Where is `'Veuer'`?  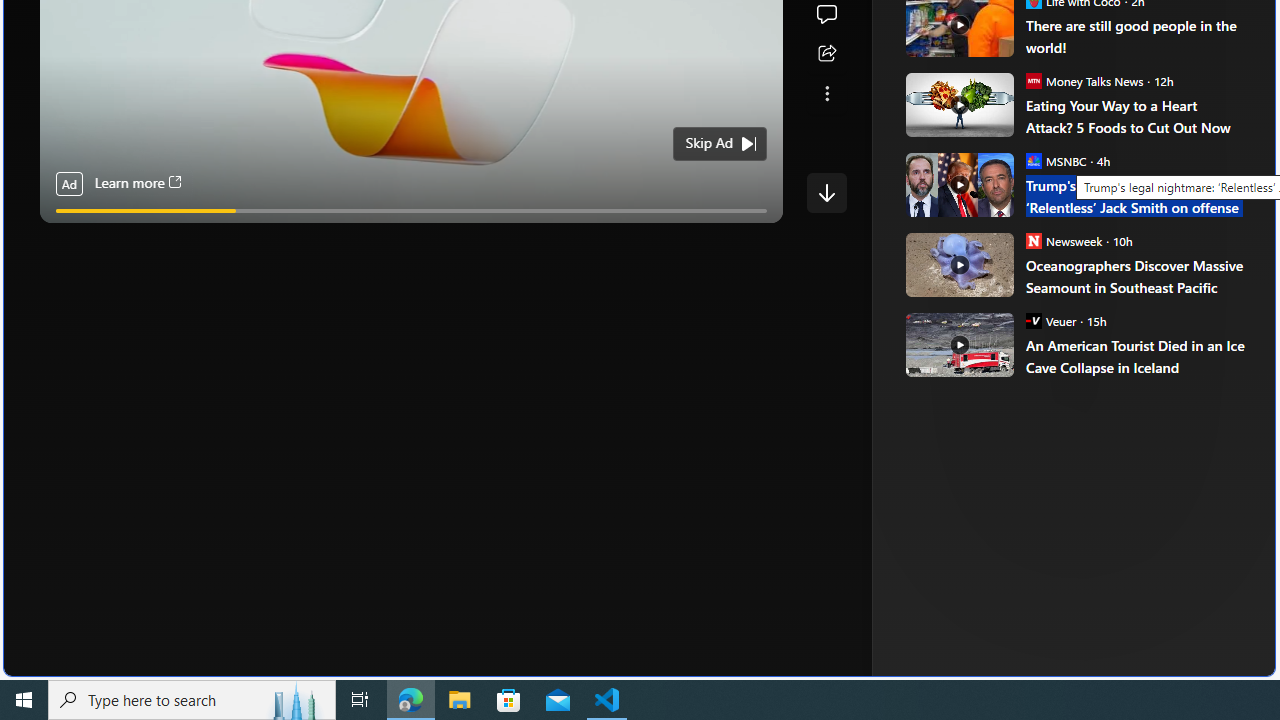
'Veuer' is located at coordinates (1033, 319).